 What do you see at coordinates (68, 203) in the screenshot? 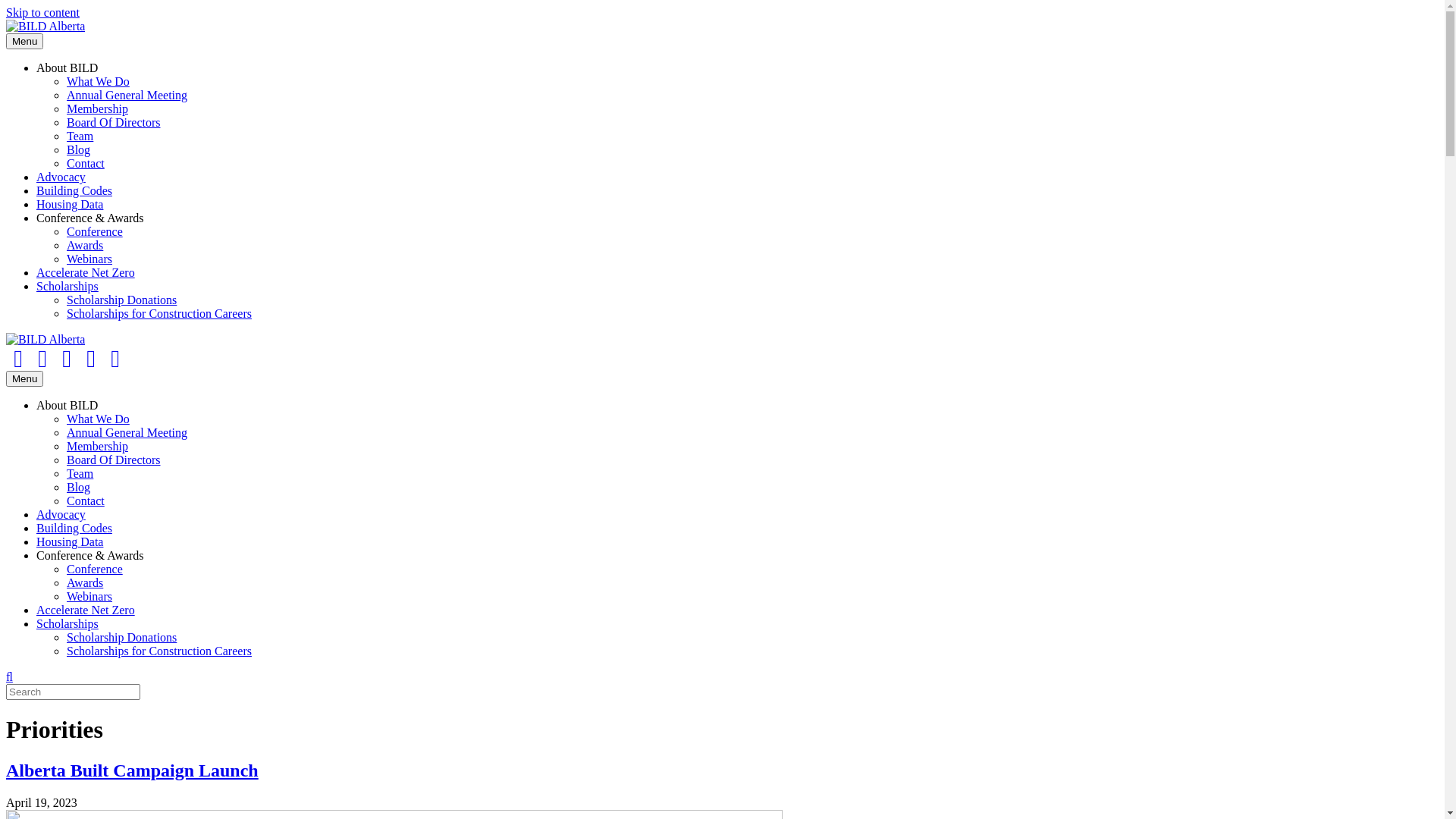
I see `'Housing Data'` at bounding box center [68, 203].